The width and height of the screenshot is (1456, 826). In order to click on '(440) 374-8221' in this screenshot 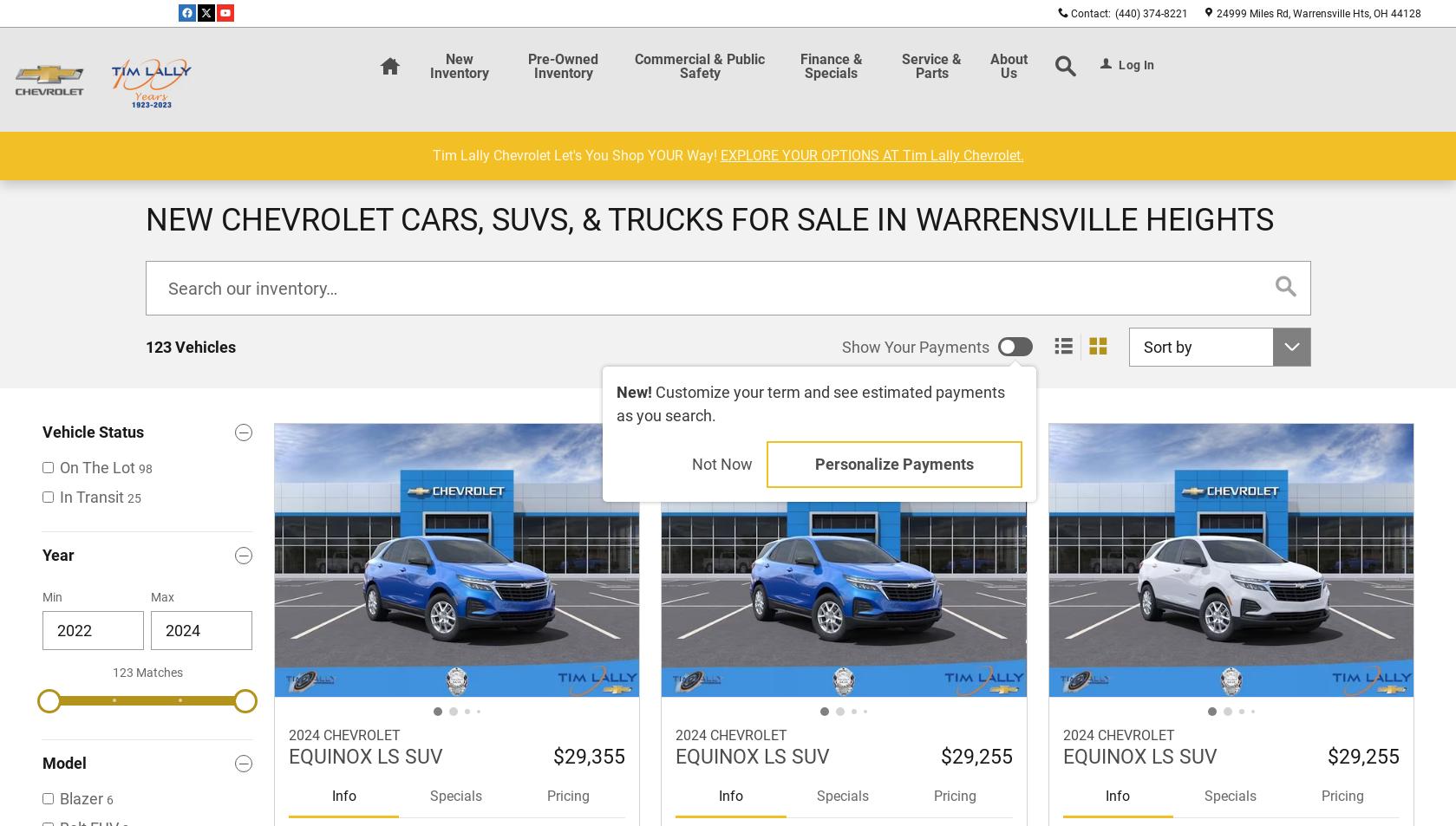, I will do `click(1150, 13)`.